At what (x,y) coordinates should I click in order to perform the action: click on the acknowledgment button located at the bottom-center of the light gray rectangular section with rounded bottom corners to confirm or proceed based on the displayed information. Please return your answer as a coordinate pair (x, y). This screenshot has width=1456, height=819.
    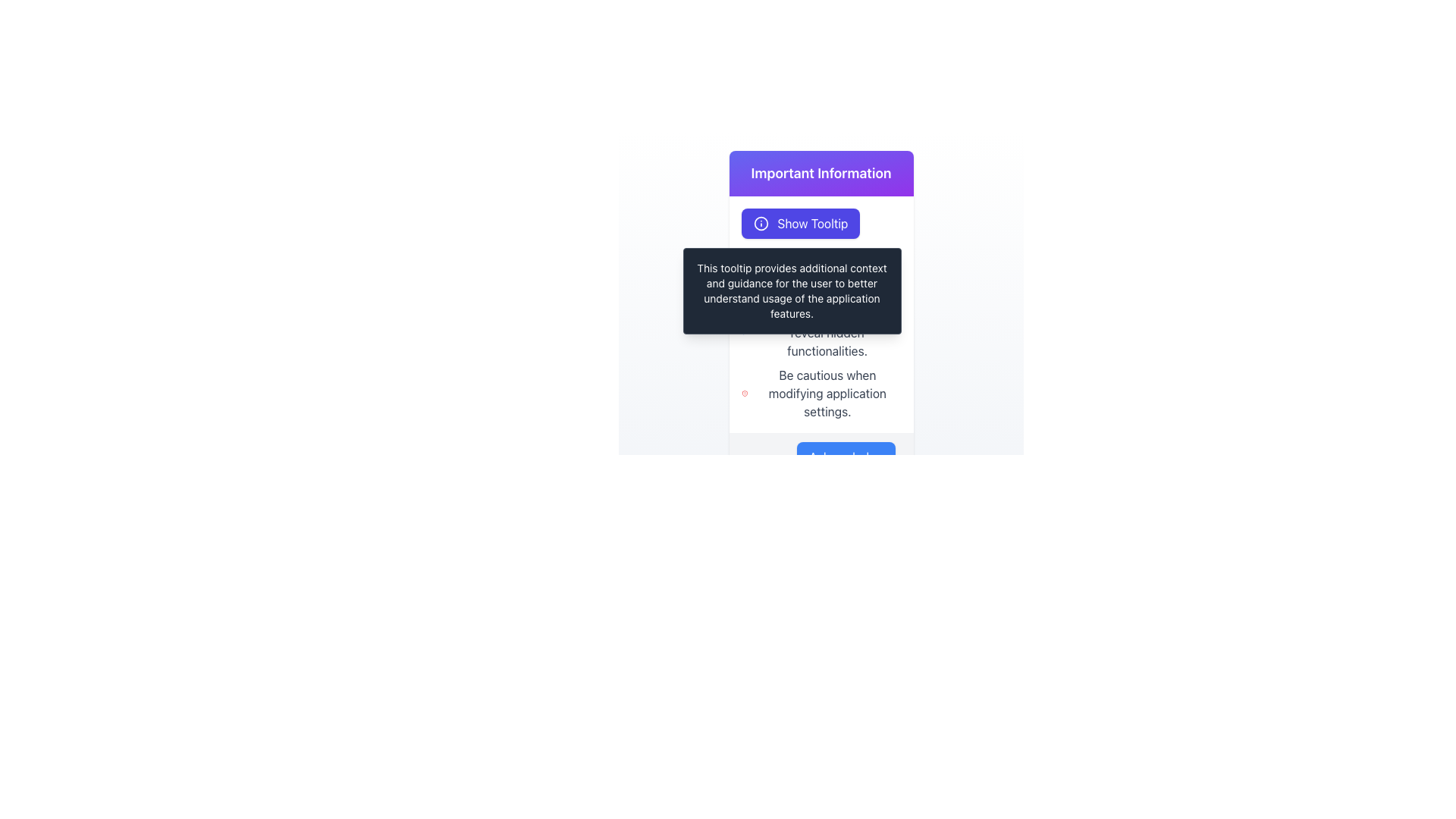
    Looking at the image, I should click on (845, 456).